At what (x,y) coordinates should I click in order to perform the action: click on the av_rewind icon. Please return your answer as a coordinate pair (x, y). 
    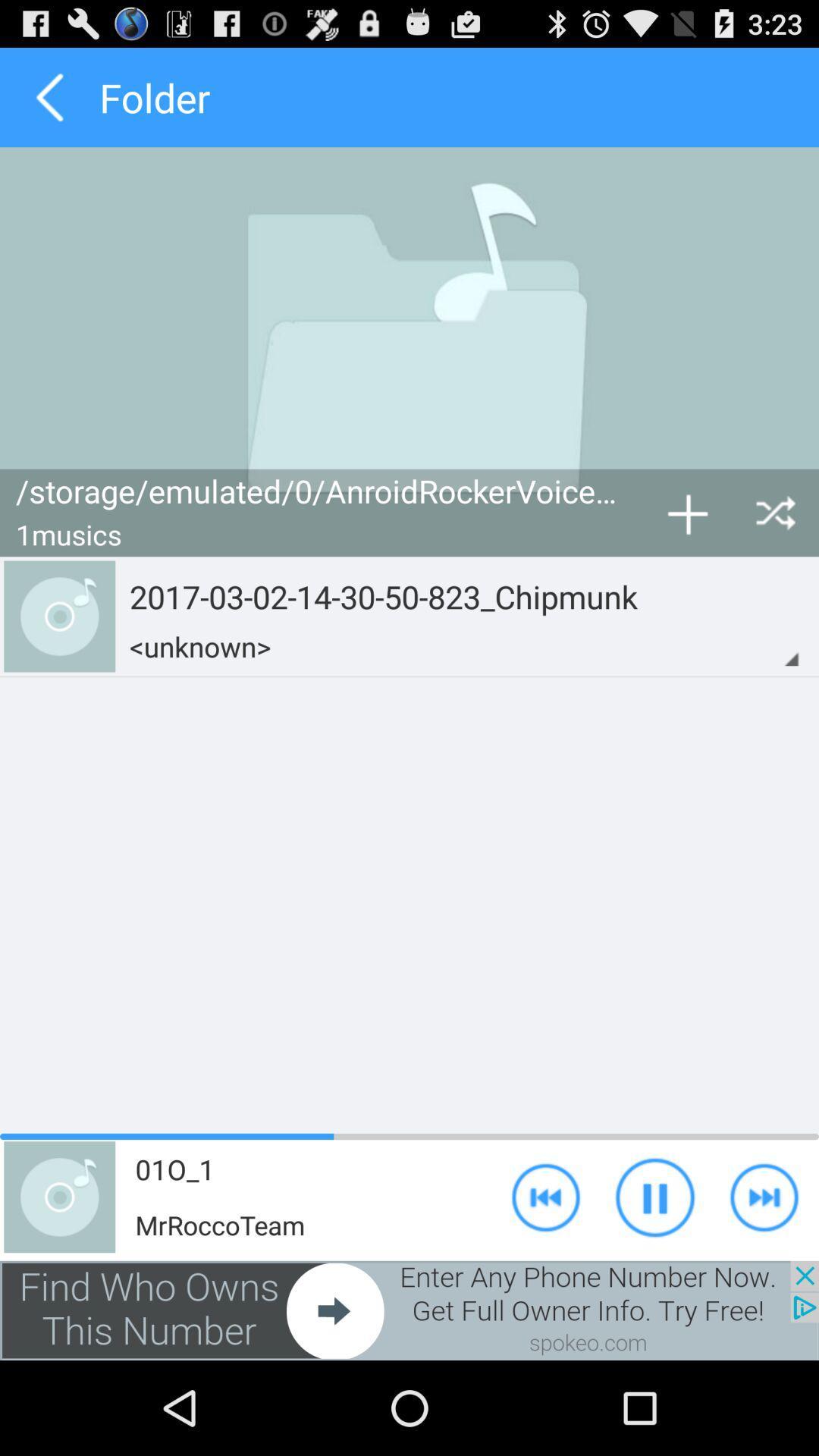
    Looking at the image, I should click on (546, 1280).